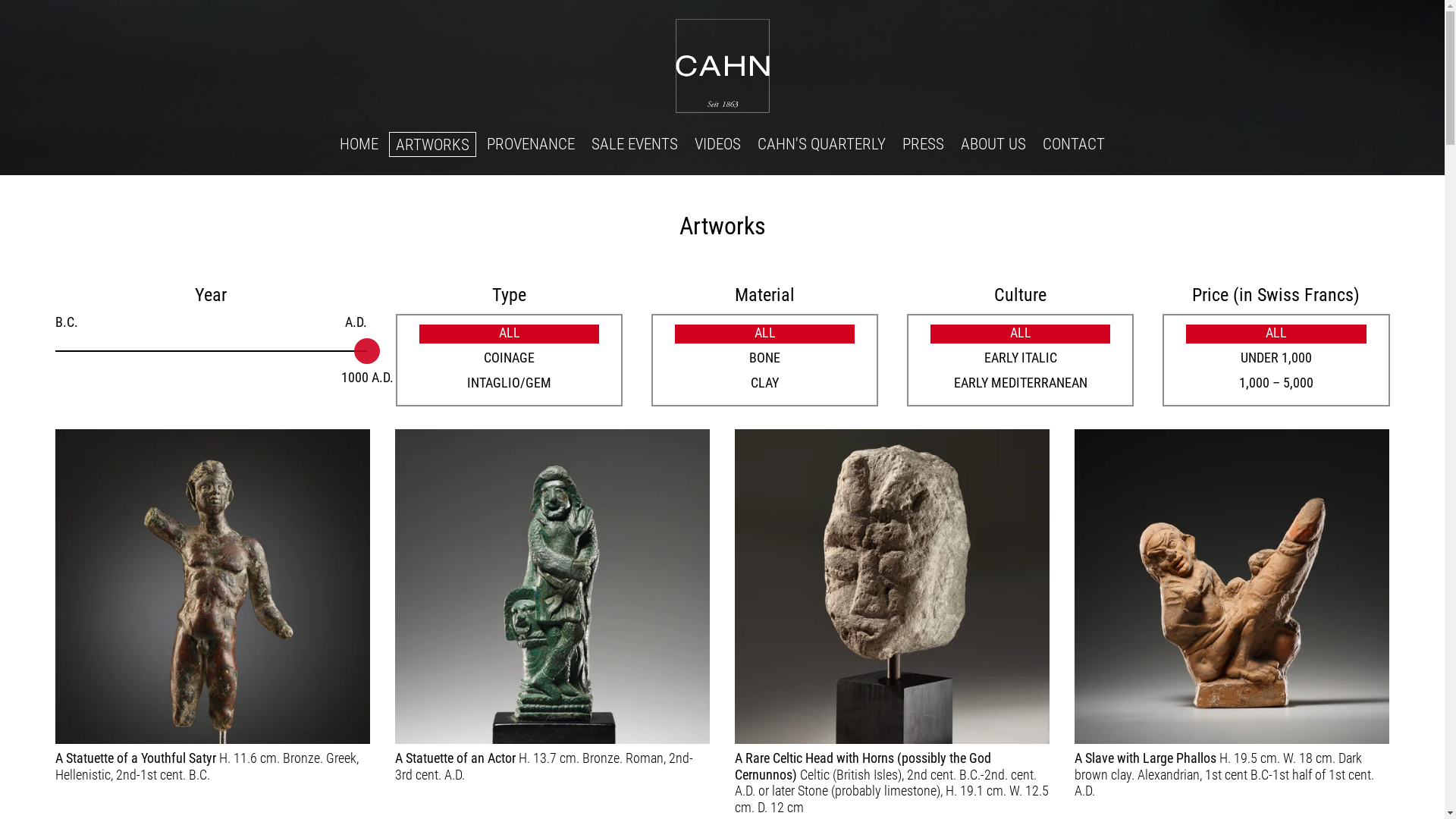  Describe the element at coordinates (531, 144) in the screenshot. I see `'PROVENANCE'` at that location.